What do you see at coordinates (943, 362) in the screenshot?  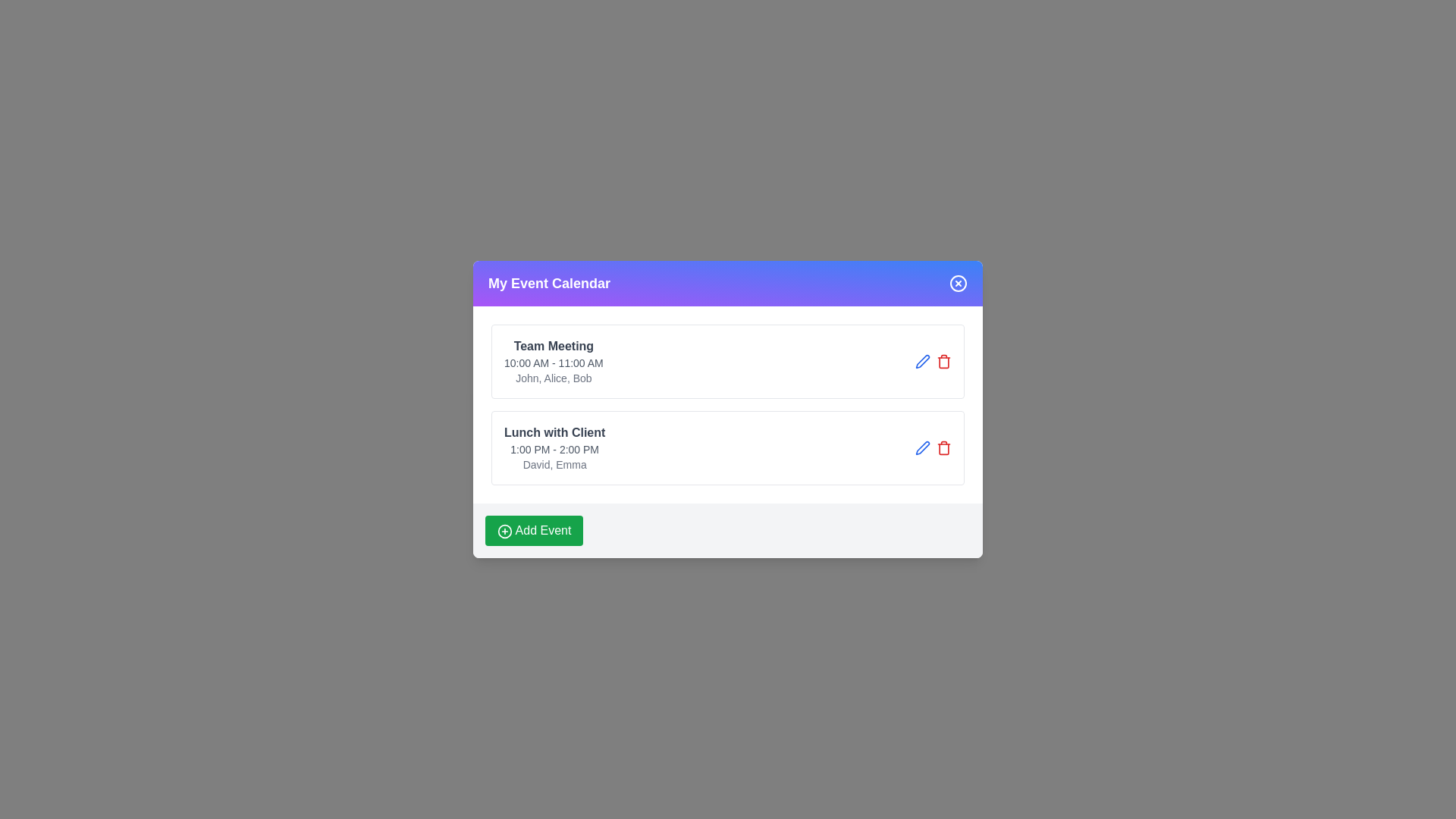 I see `the delete button for the 'Lunch with Client' event in the calendar interface` at bounding box center [943, 362].